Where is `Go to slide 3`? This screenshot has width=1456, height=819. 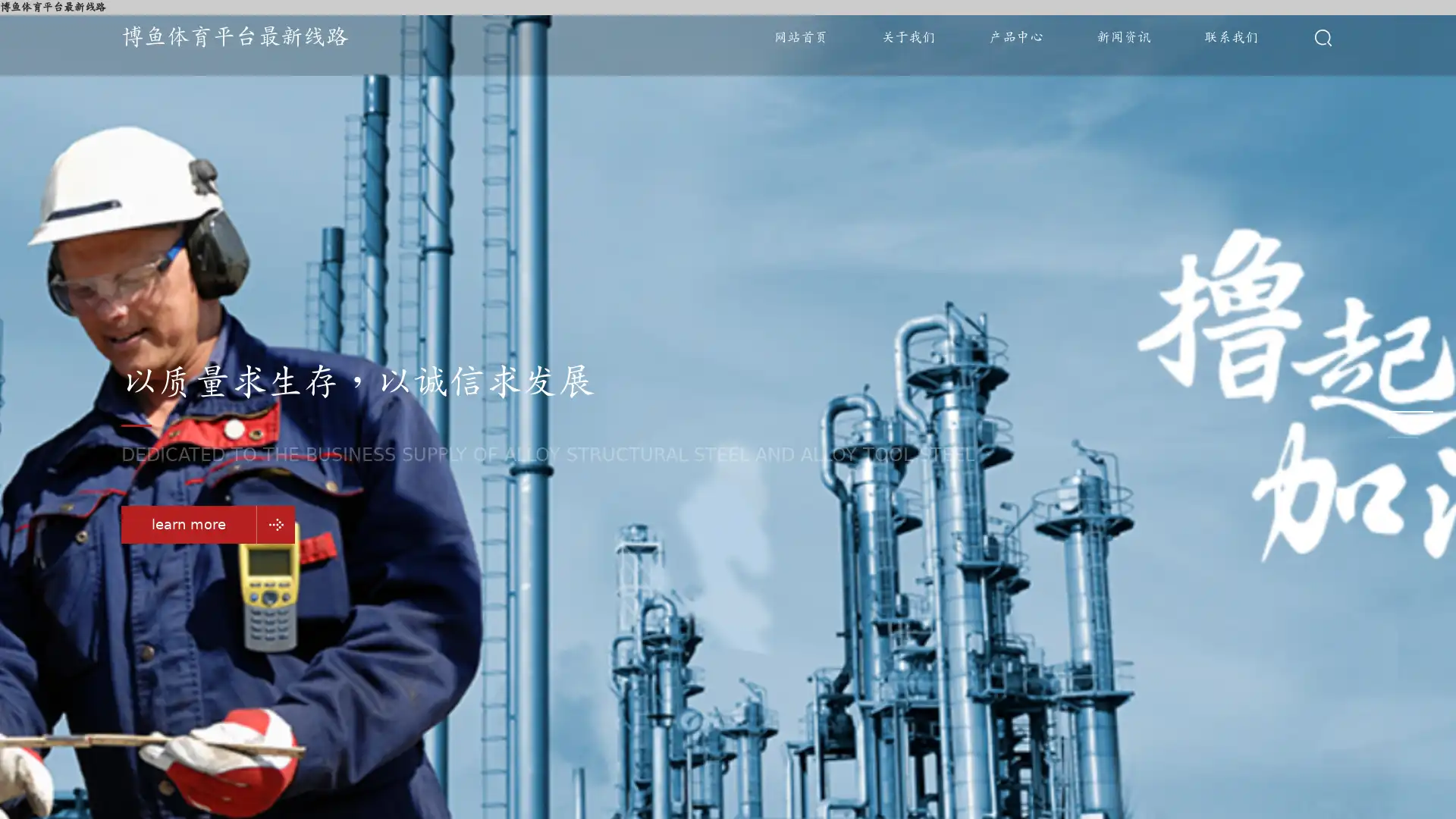
Go to slide 3 is located at coordinates (1401, 438).